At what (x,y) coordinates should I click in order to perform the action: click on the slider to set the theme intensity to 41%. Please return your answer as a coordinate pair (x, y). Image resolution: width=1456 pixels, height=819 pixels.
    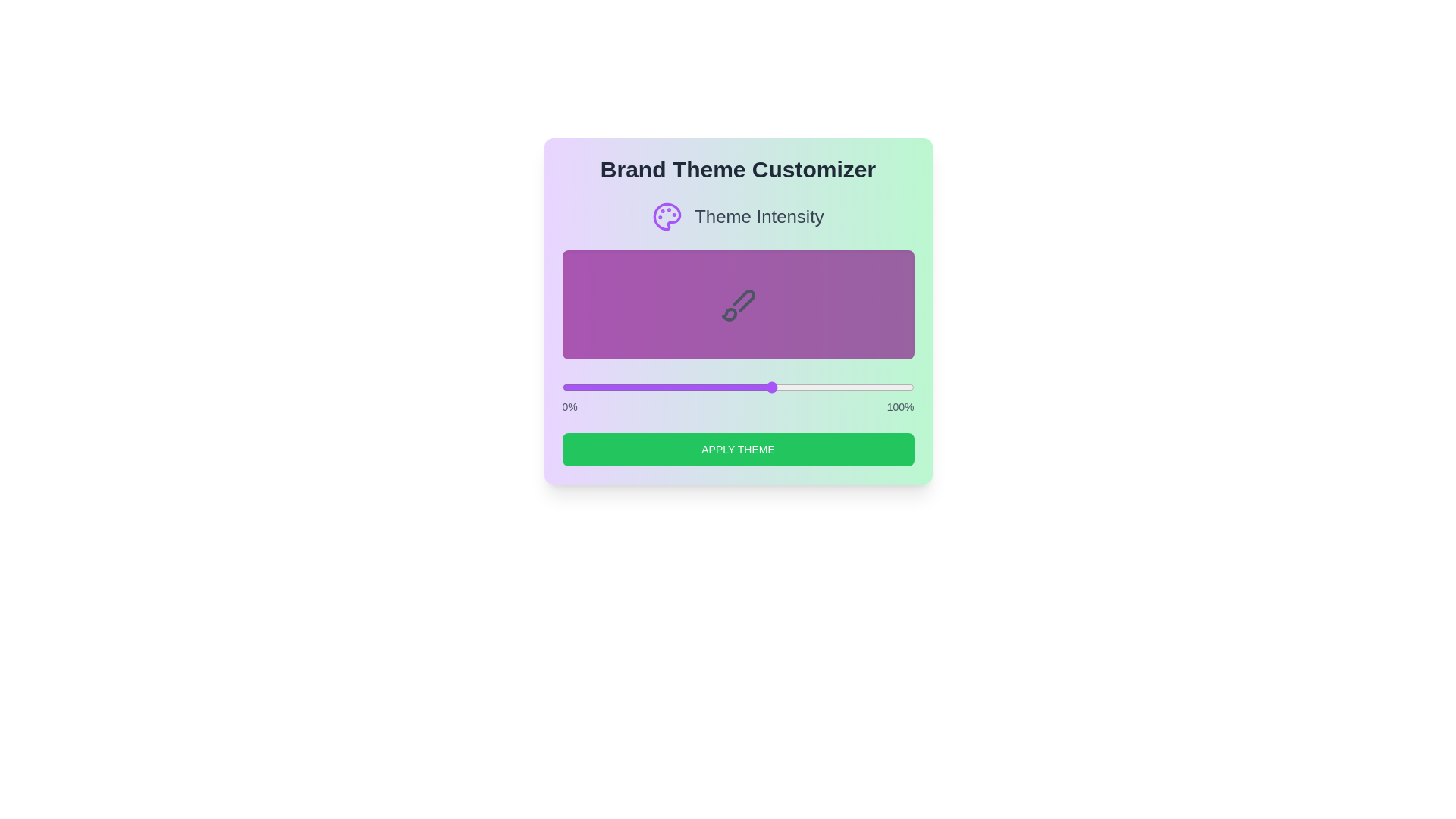
    Looking at the image, I should click on (705, 386).